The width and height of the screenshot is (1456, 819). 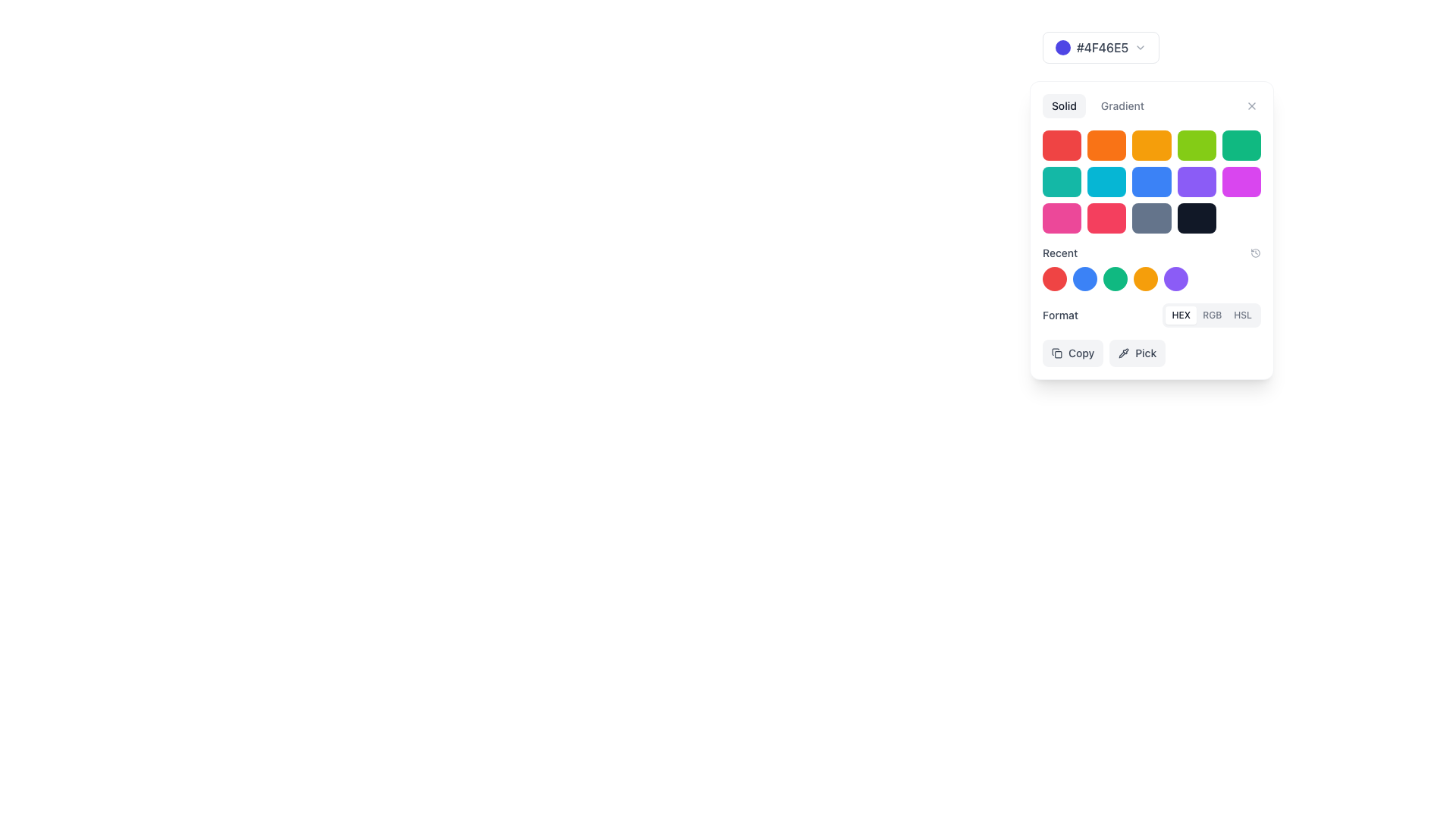 I want to click on the rectangular green button with rounded edges, located in the topmost row of the grid layout, fifth from the left, so click(x=1241, y=146).